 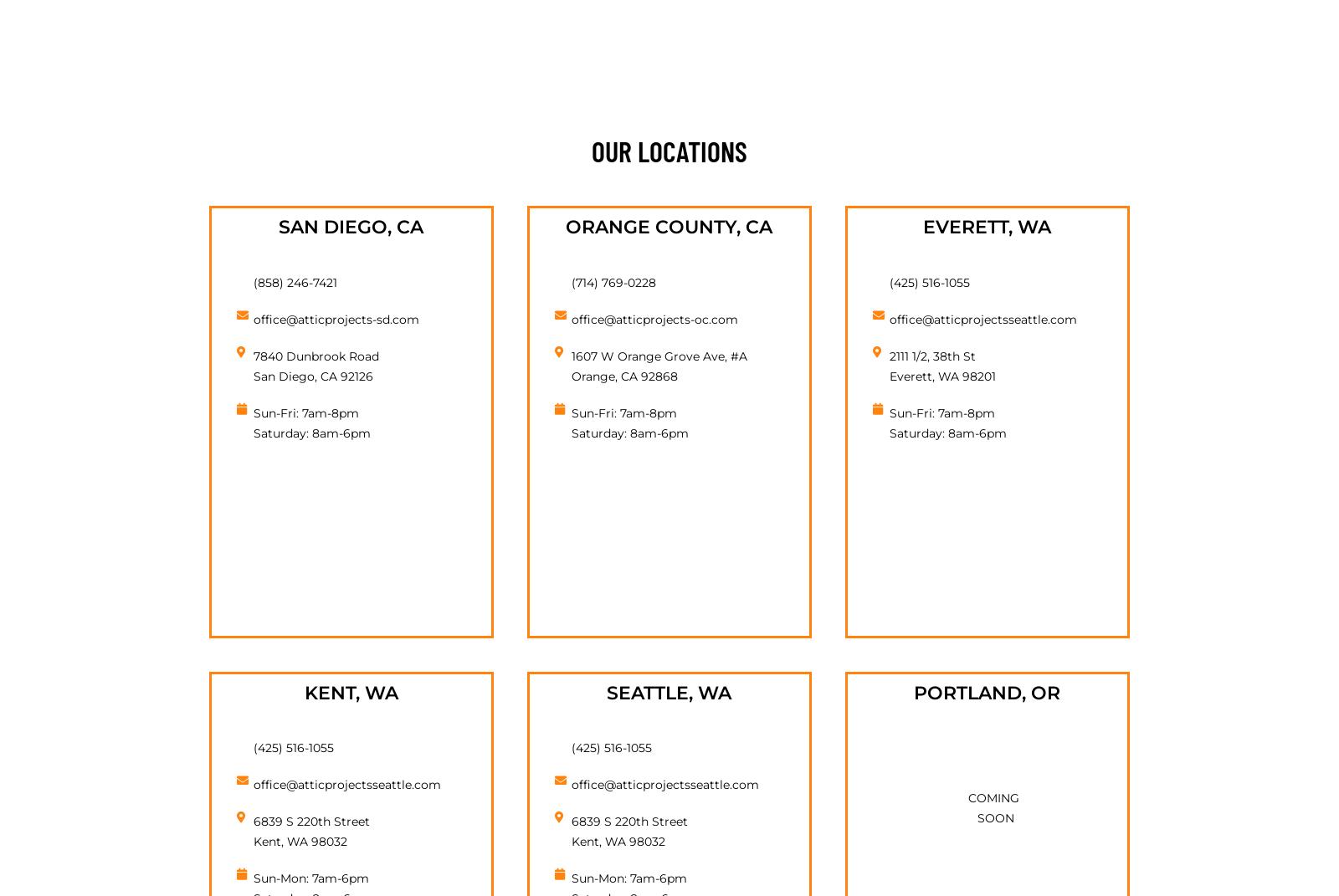 I want to click on 'Portland, OR', so click(x=914, y=691).